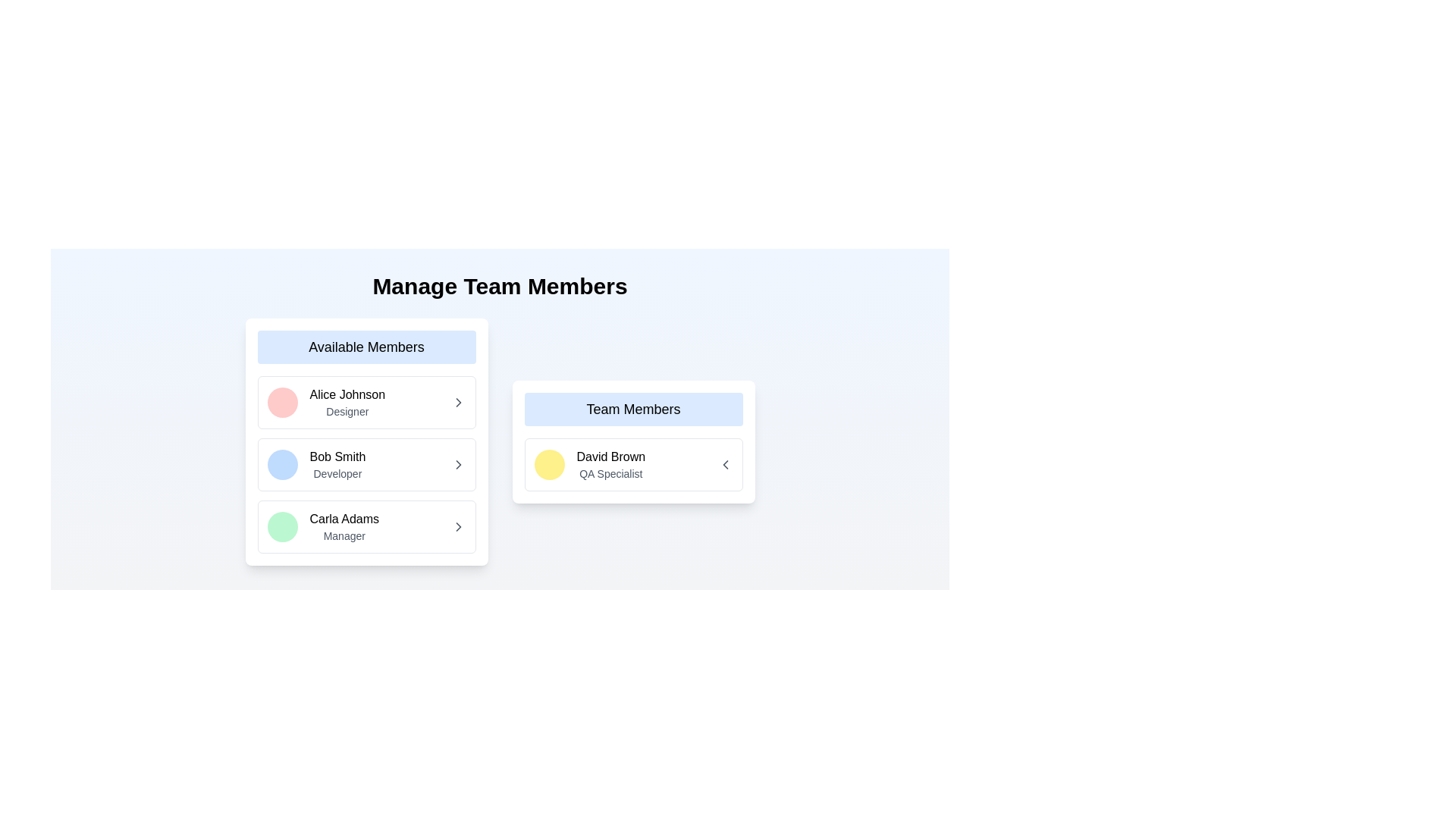 The width and height of the screenshot is (1456, 819). What do you see at coordinates (724, 464) in the screenshot?
I see `the left-facing chevron-shaped button used for navigation or item removal, located next to 'QA Specialist' under 'David Brown'` at bounding box center [724, 464].